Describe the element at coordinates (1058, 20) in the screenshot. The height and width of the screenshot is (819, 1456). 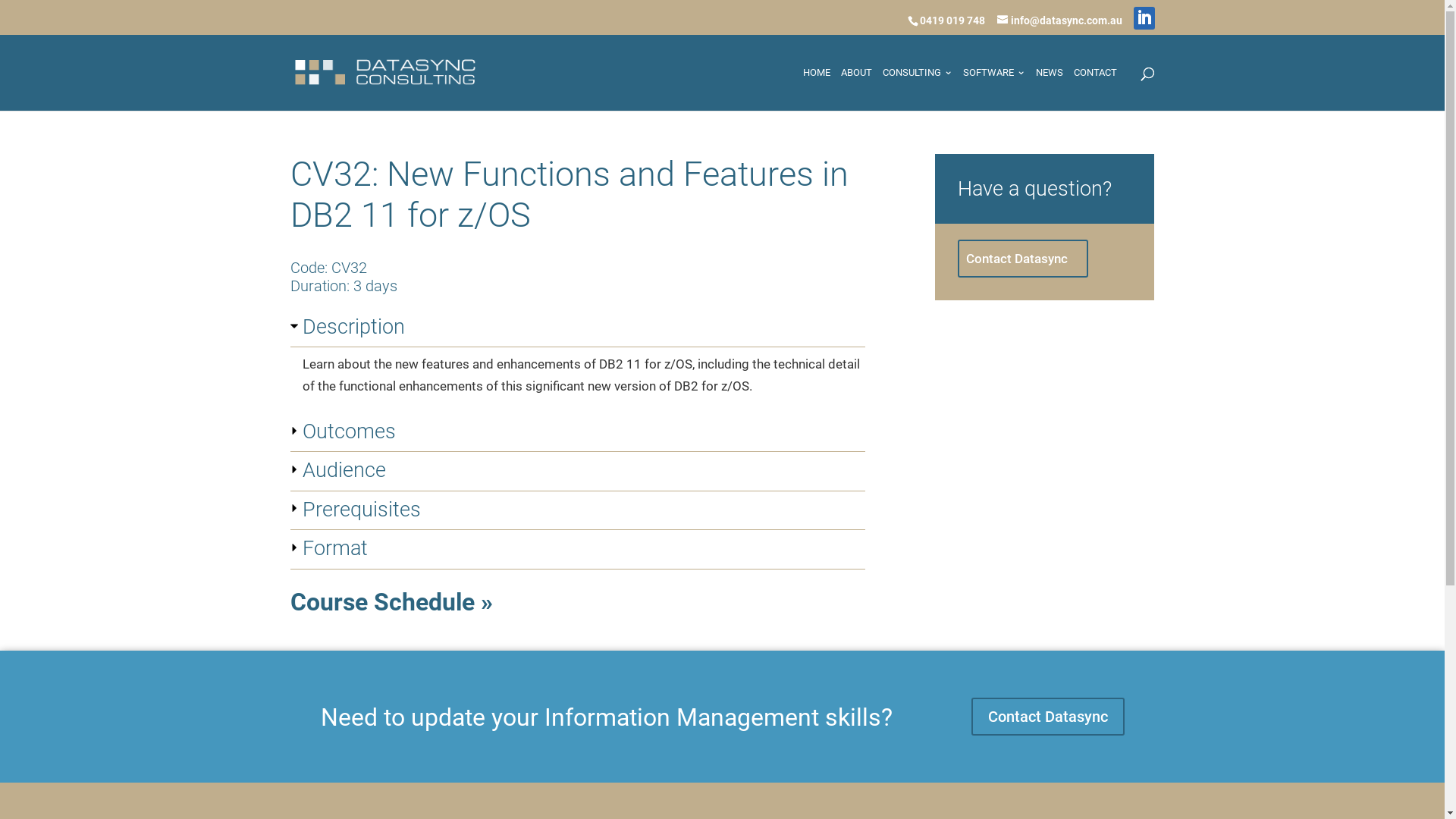
I see `'info@datasync.com.au'` at that location.